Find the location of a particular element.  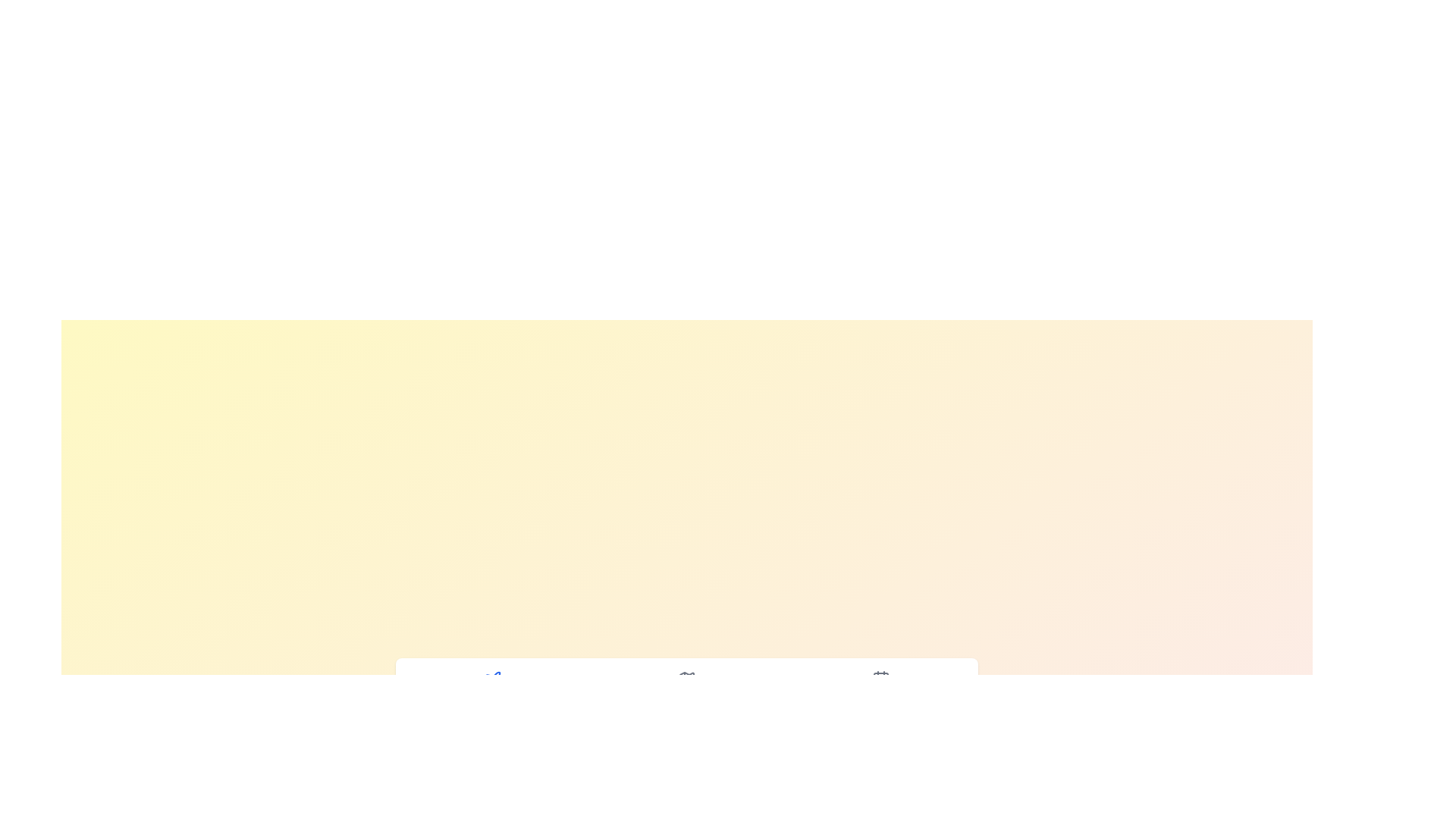

the Flights tab to view its content is located at coordinates (492, 688).